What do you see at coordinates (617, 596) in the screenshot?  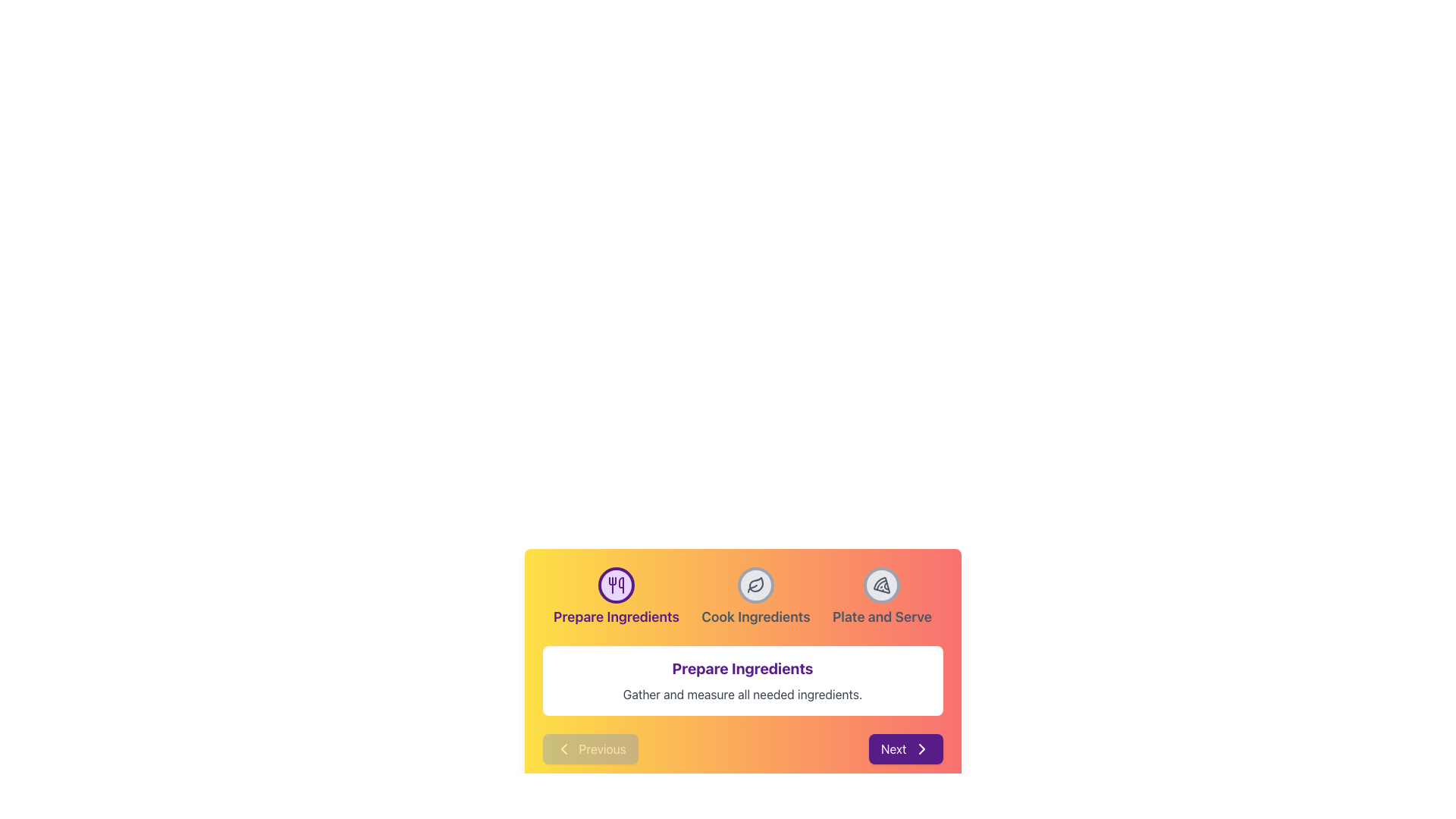 I see `the leftmost step indicator element labeled 'Prepare Ingredients', which features a circular icon with a purple outer ring and a lighter purple background containing a fork and spoon icon` at bounding box center [617, 596].